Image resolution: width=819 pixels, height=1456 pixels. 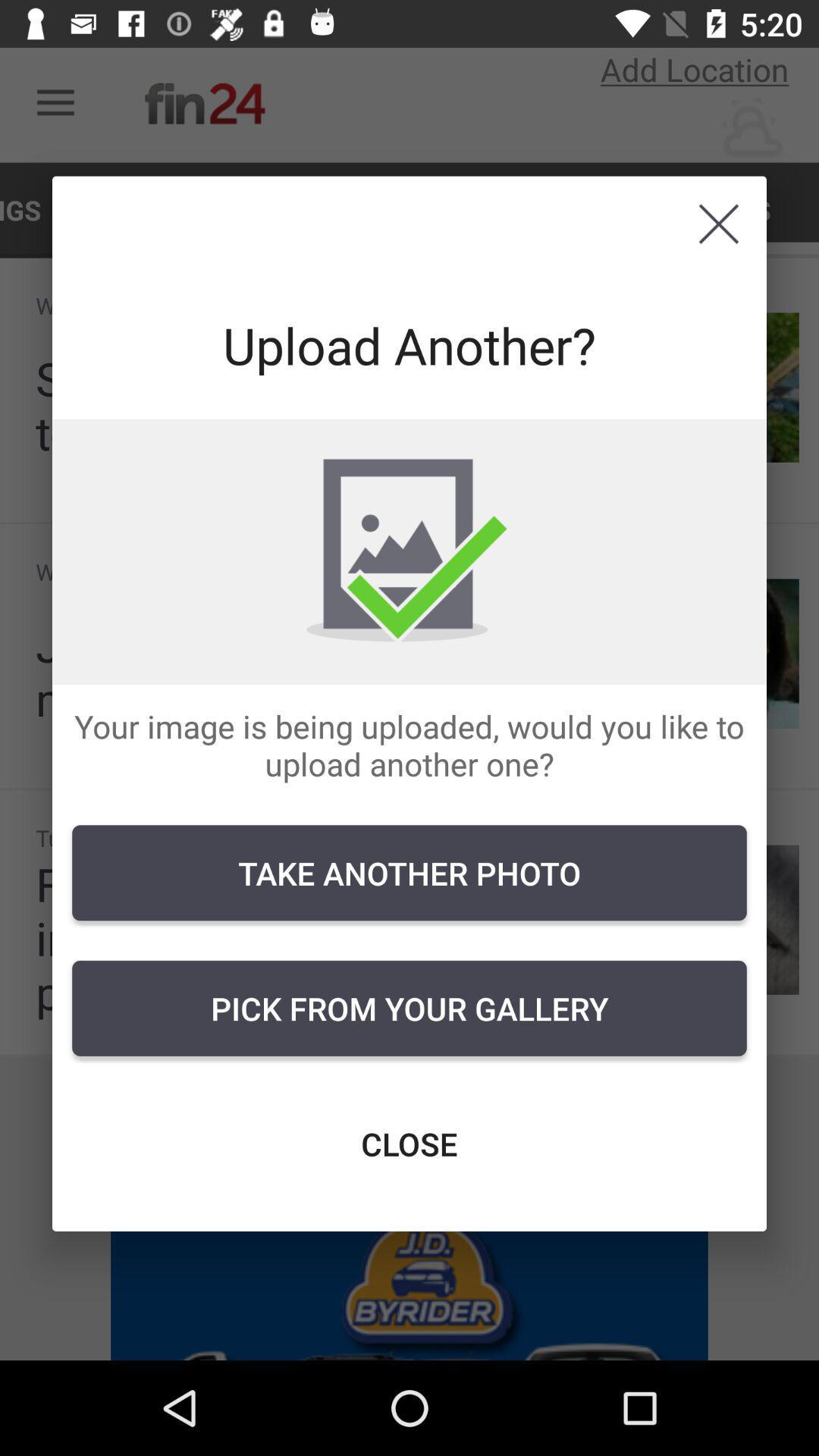 What do you see at coordinates (718, 223) in the screenshot?
I see `pop up` at bounding box center [718, 223].